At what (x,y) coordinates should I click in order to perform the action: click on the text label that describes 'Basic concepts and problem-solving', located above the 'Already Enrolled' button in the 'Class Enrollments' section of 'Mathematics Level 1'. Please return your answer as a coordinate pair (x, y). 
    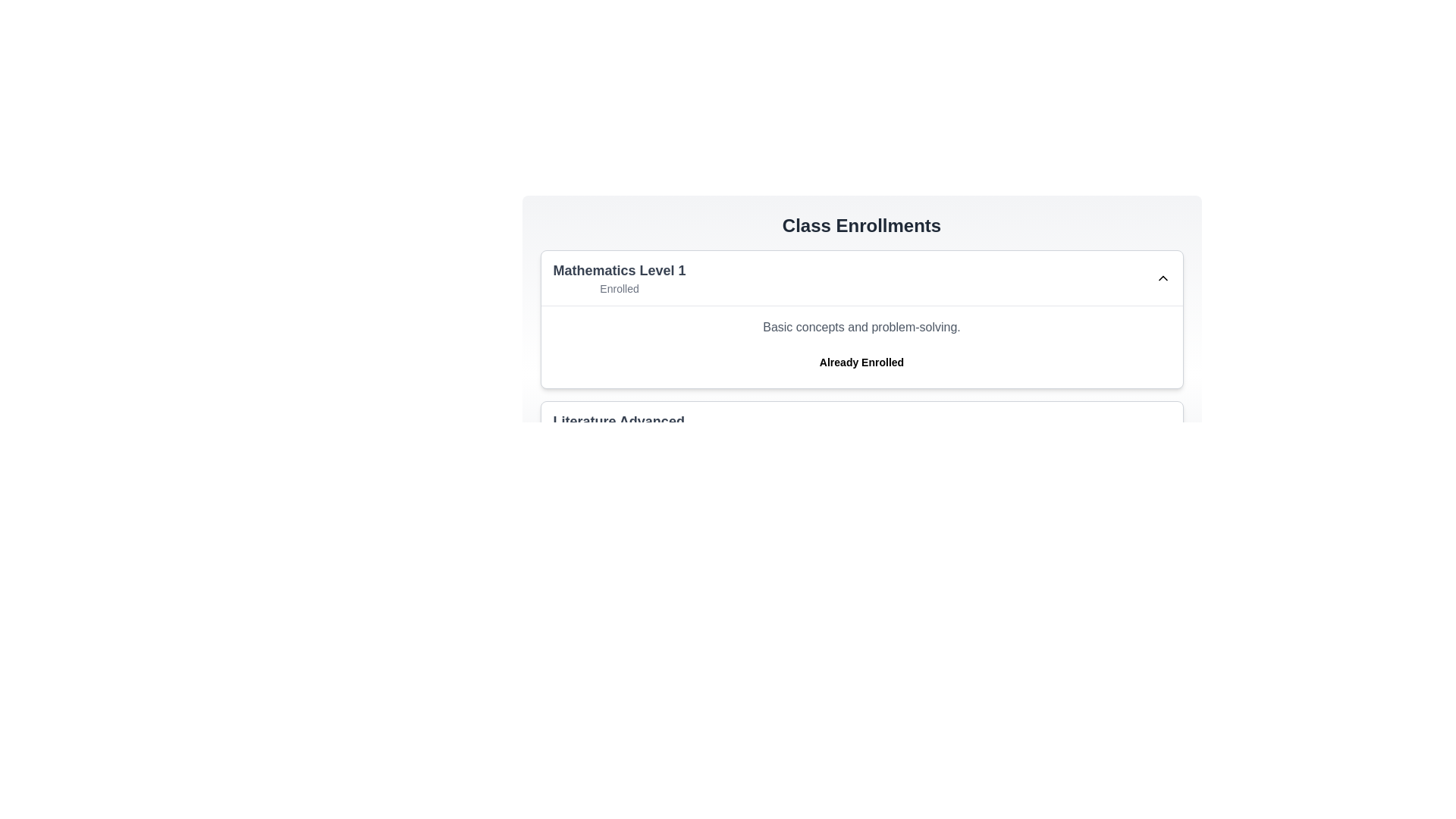
    Looking at the image, I should click on (861, 327).